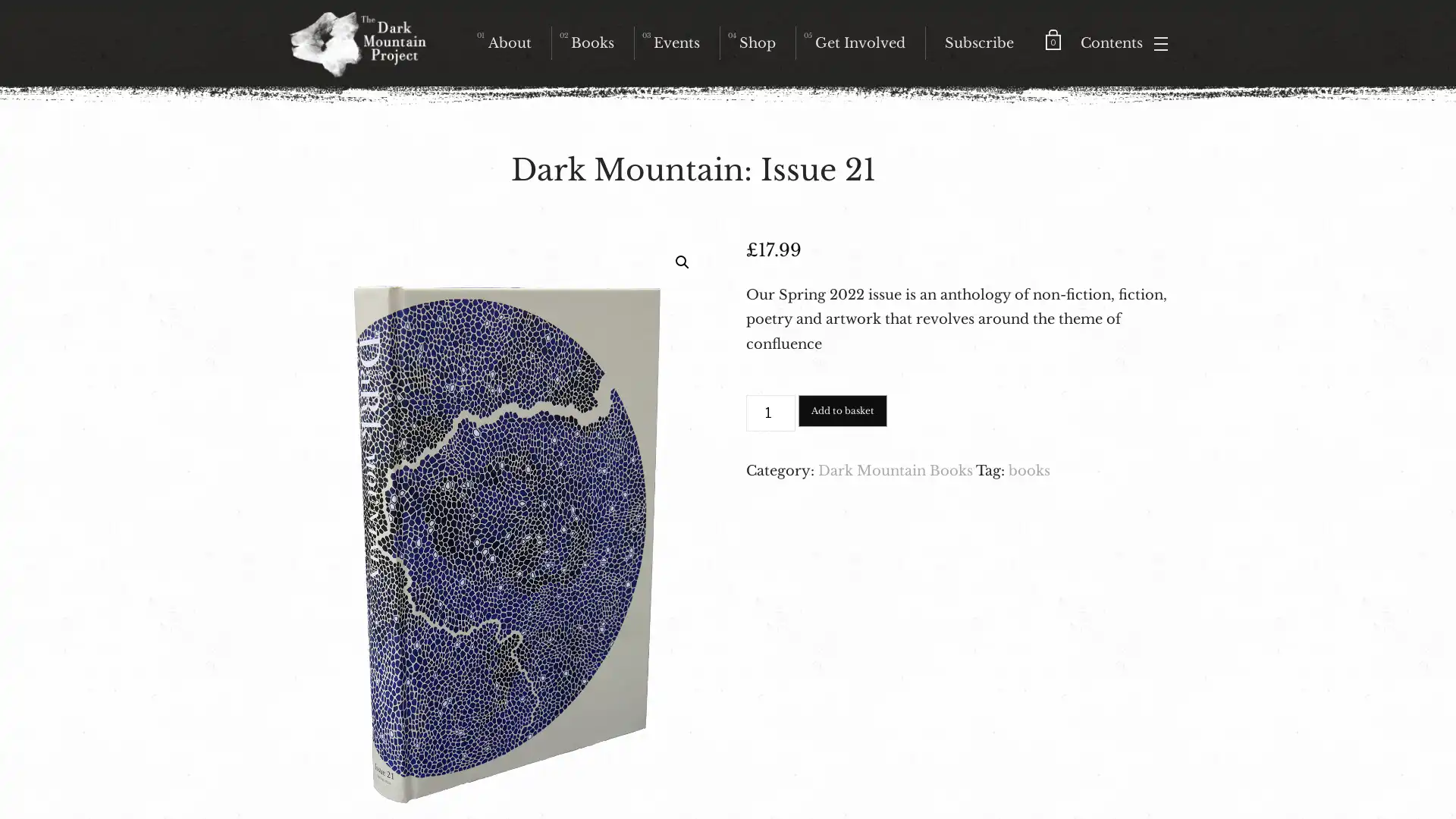 This screenshot has height=819, width=1456. What do you see at coordinates (841, 410) in the screenshot?
I see `Add to basket` at bounding box center [841, 410].